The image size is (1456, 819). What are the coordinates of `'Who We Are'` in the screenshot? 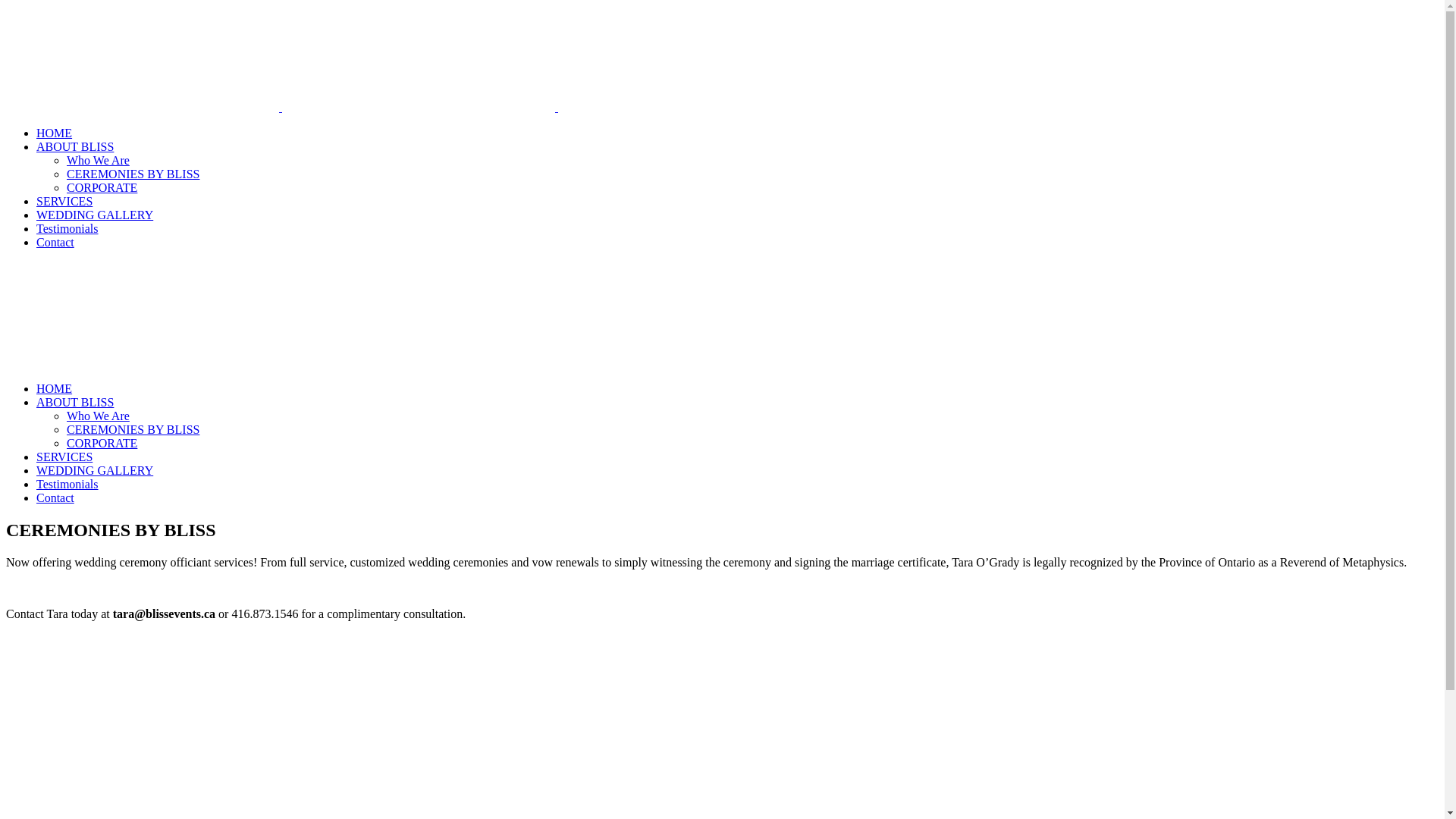 It's located at (97, 160).